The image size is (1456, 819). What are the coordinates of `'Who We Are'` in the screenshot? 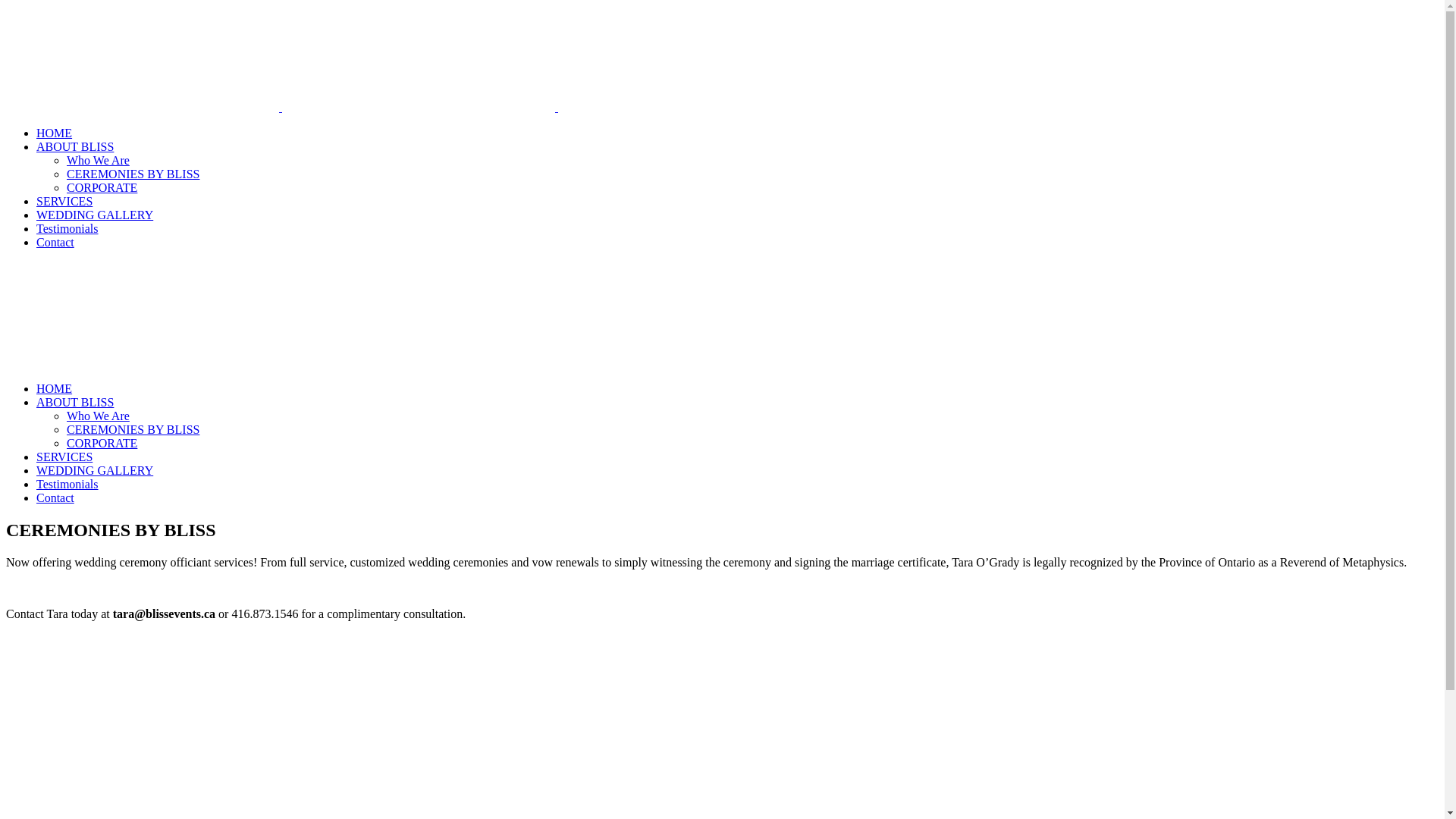 It's located at (97, 160).